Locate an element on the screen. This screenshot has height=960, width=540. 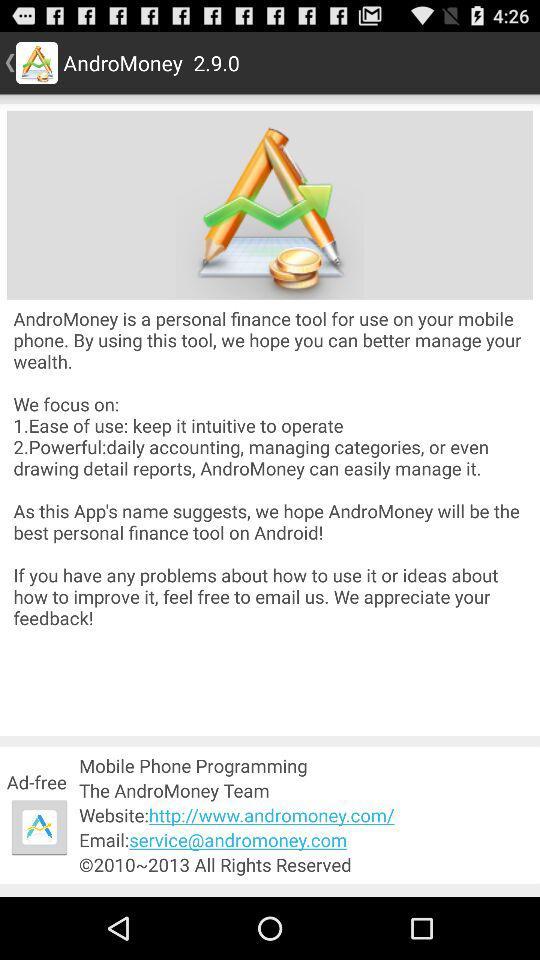
the icon bottom left corner is located at coordinates (39, 827).